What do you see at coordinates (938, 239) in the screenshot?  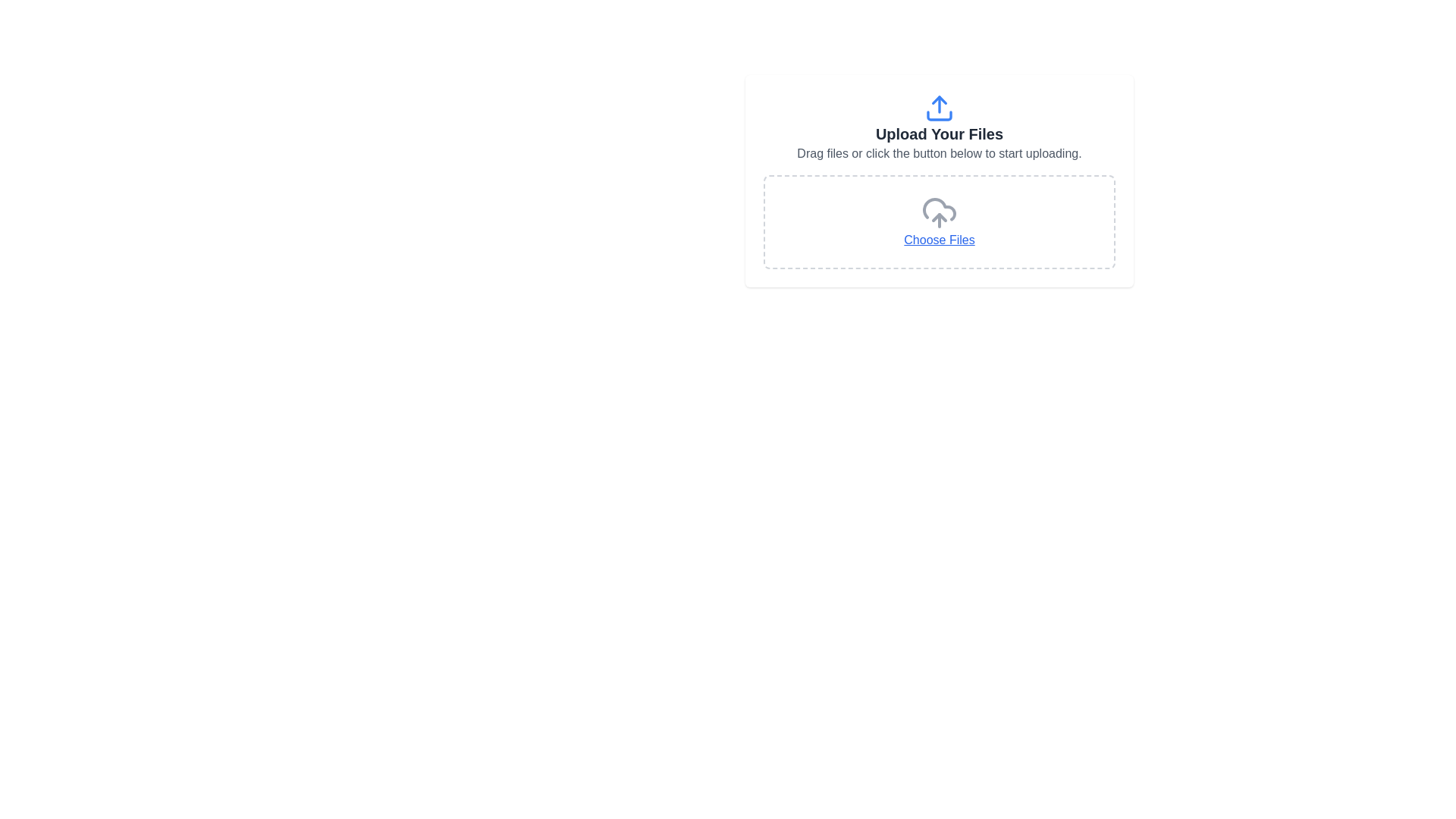 I see `the 'Choose Files' hyperlink, which is styled as blue and underlined, located centrally below the dashed rectangular upload area in the upload interface` at bounding box center [938, 239].